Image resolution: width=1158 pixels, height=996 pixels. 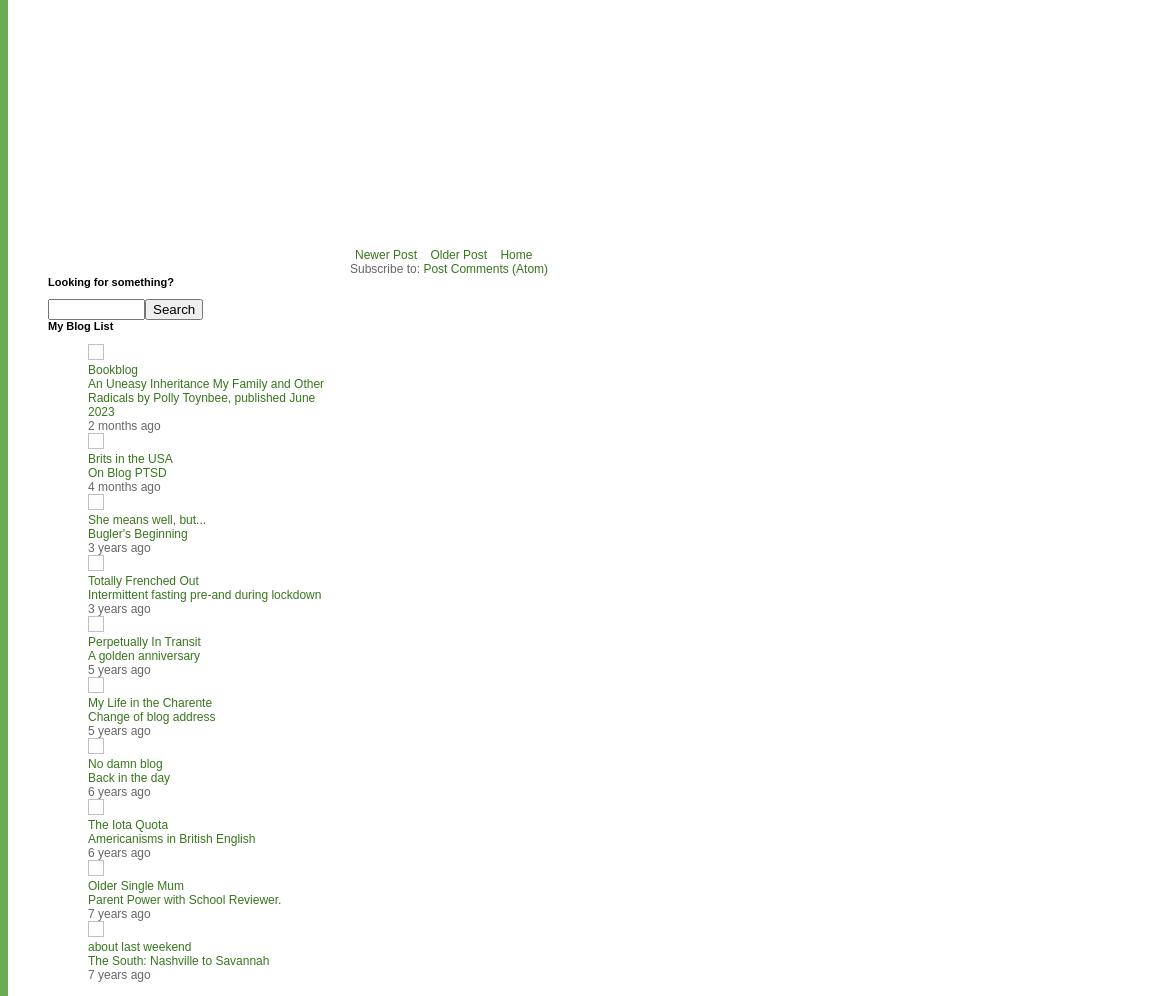 I want to click on 'Parent Power with School Reviewer.', so click(x=184, y=898).